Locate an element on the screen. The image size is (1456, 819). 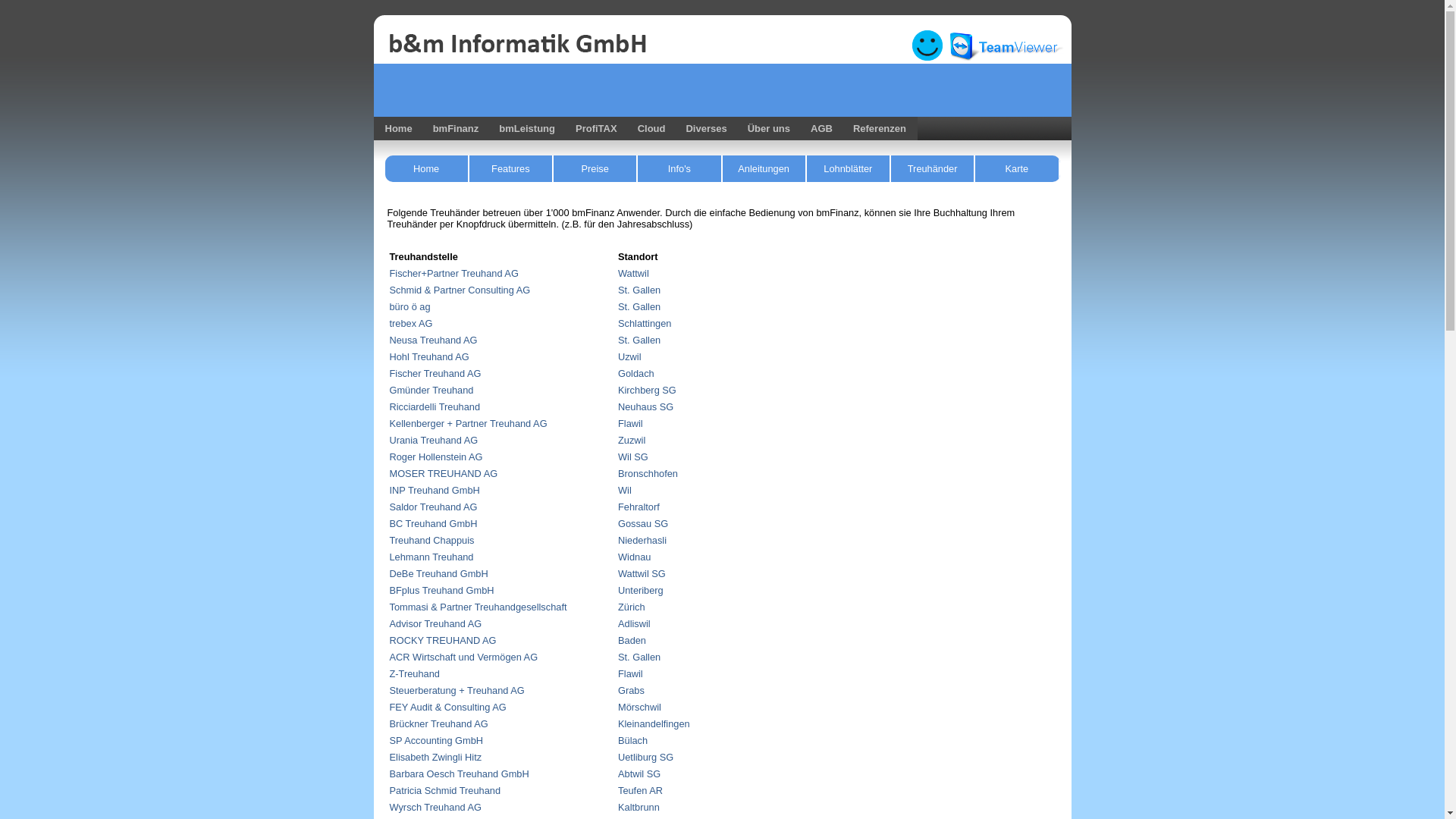
'Schlattingen' is located at coordinates (644, 322).